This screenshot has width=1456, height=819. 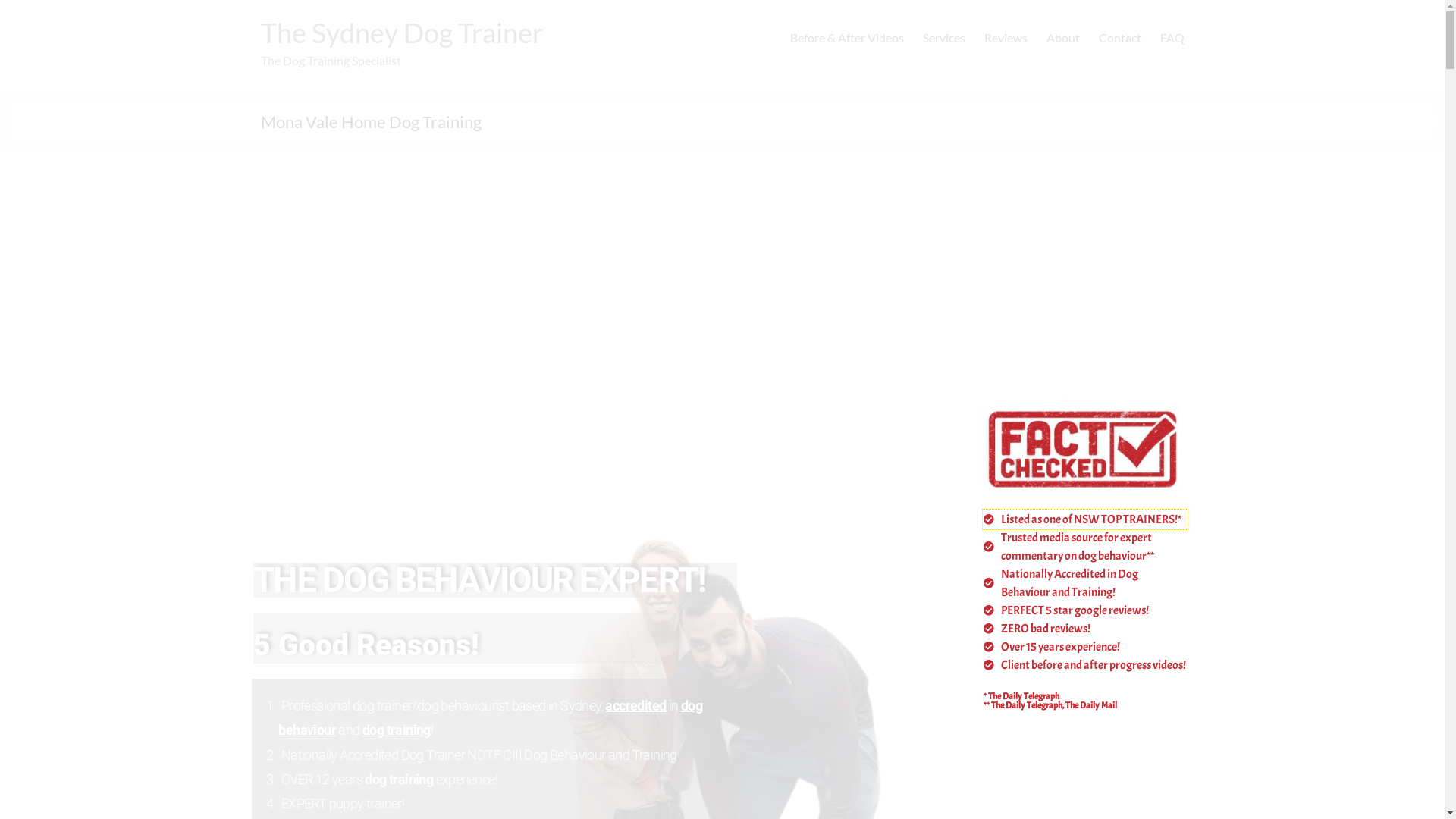 I want to click on 'FAQ', so click(x=1171, y=37).